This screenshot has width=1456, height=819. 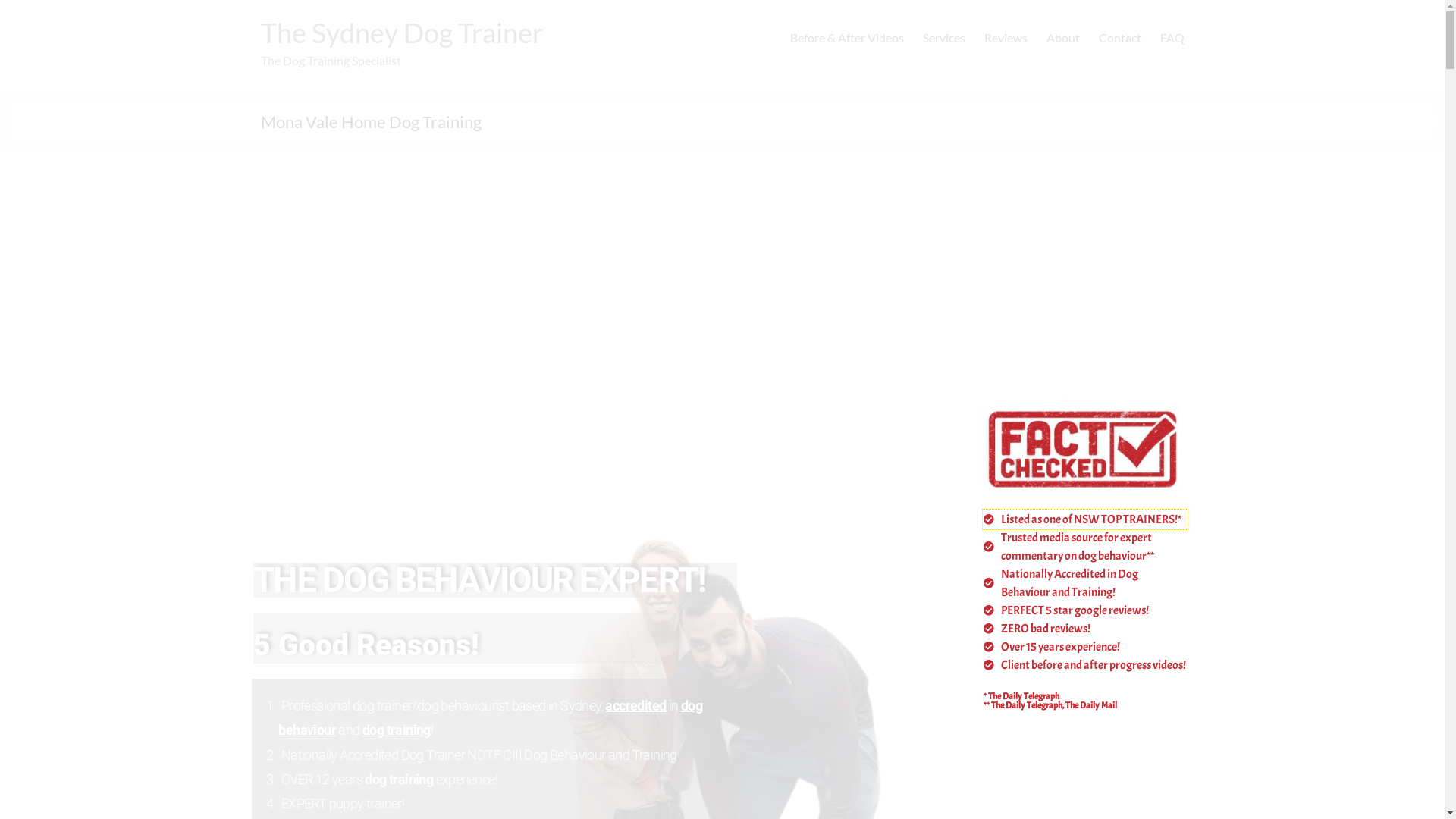 I want to click on 'FAQ', so click(x=1171, y=37).